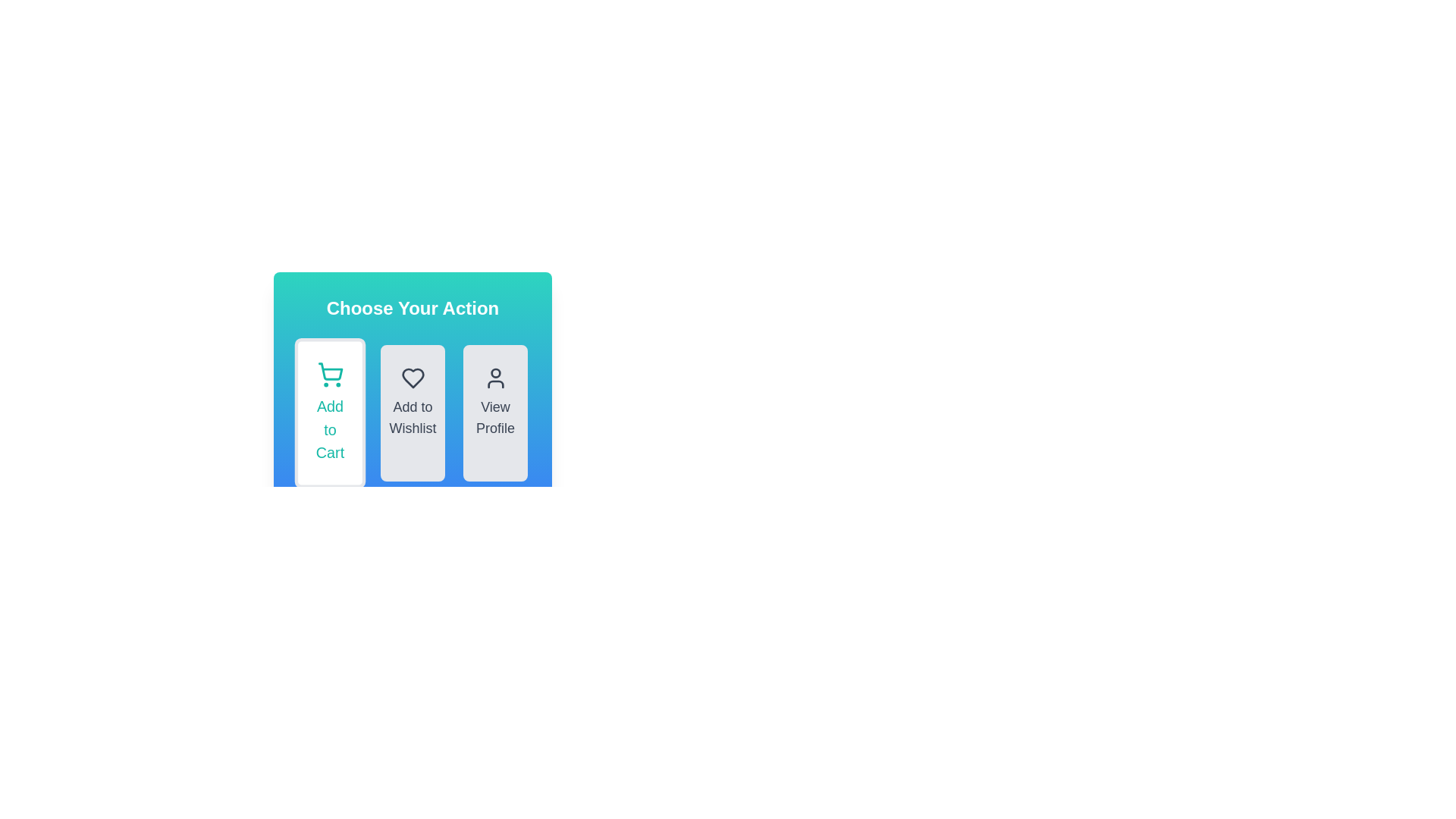 The height and width of the screenshot is (819, 1456). What do you see at coordinates (329, 413) in the screenshot?
I see `the 'Add to Cart' button located in the left-most column of the grid layout` at bounding box center [329, 413].